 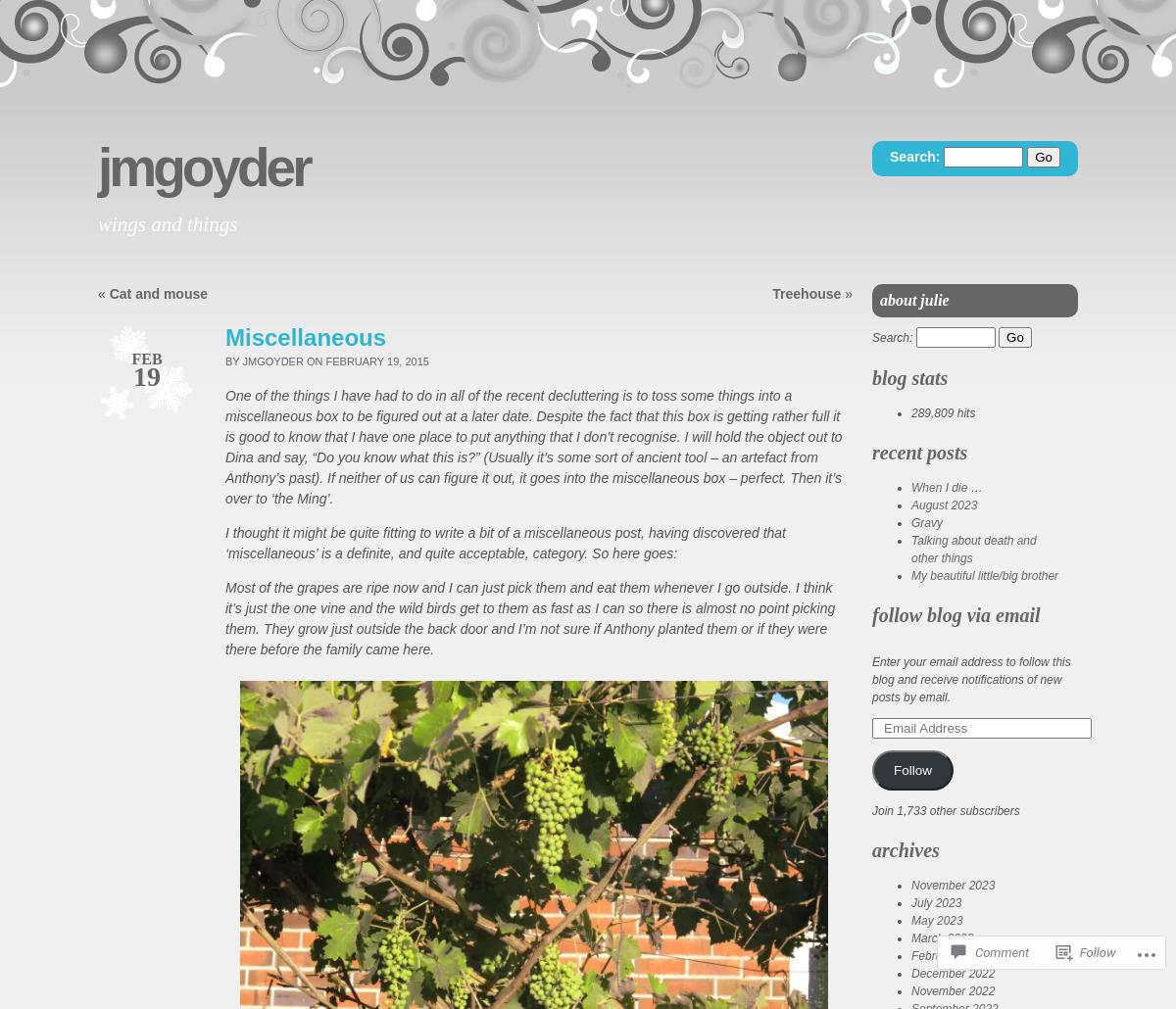 What do you see at coordinates (97, 166) in the screenshot?
I see `'jmgoyder'` at bounding box center [97, 166].